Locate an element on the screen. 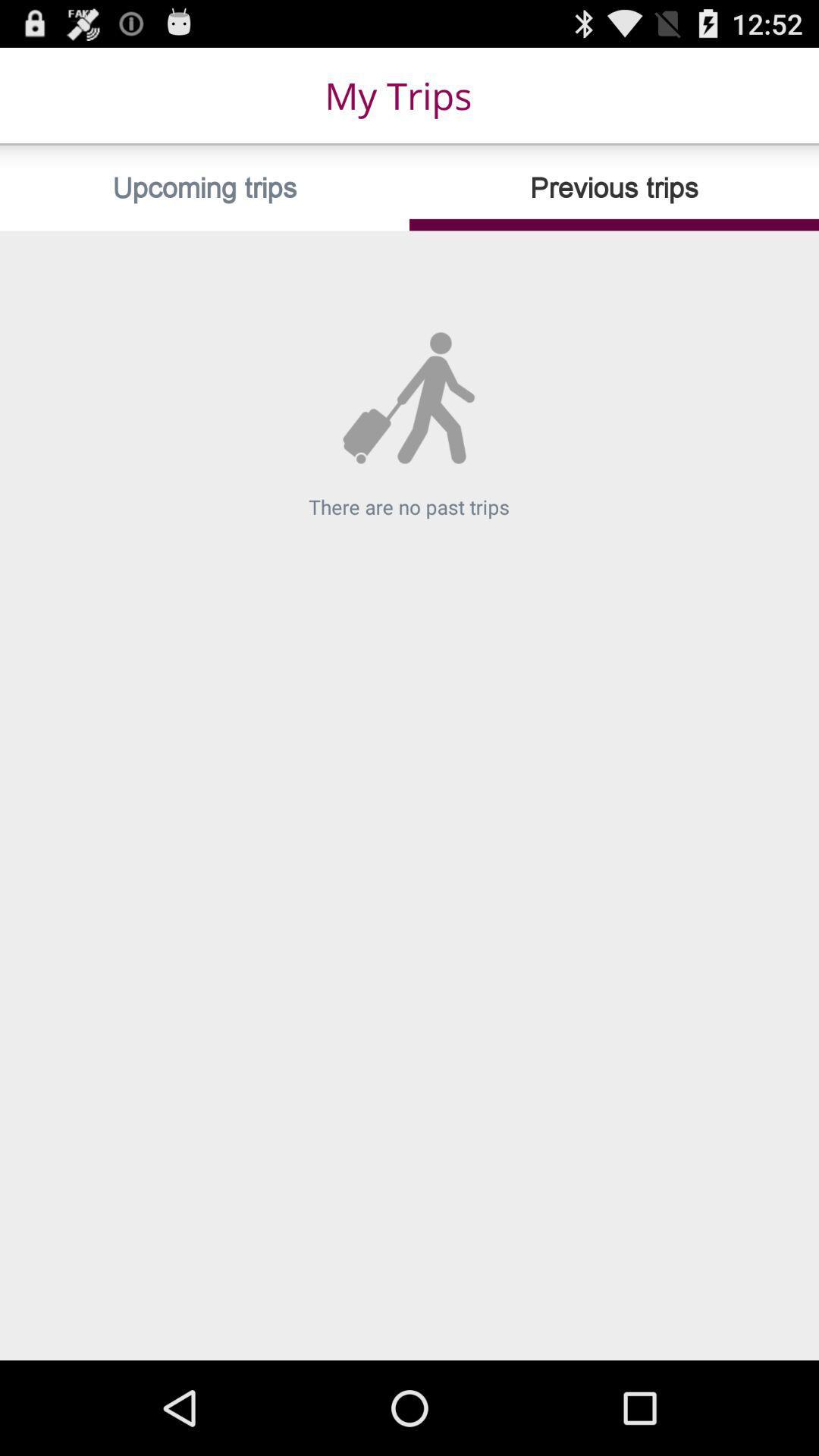 The image size is (819, 1456). the item at the top right corner is located at coordinates (614, 187).